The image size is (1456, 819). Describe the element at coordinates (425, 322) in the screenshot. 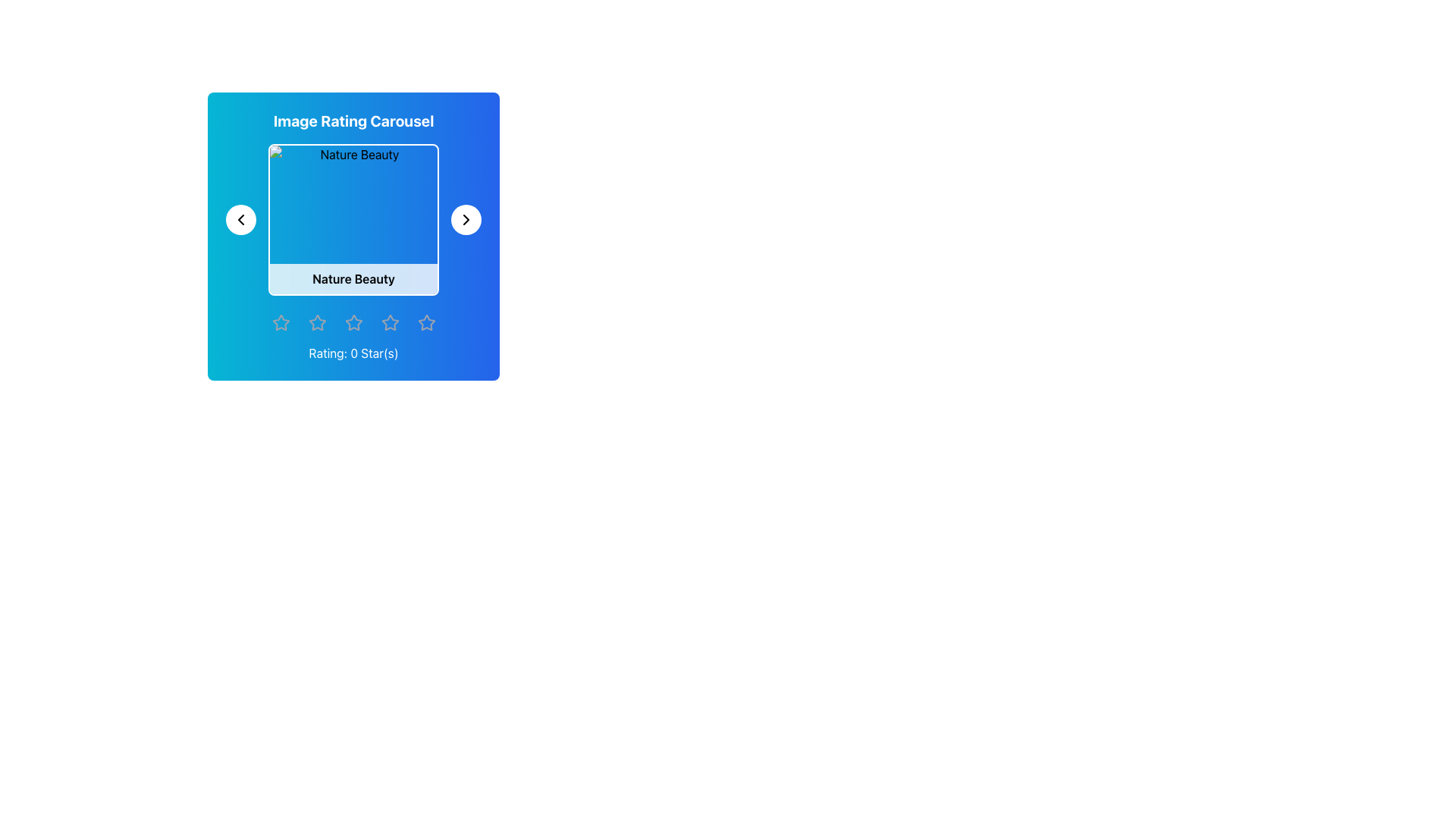

I see `the fifth star in the star rating element` at that location.